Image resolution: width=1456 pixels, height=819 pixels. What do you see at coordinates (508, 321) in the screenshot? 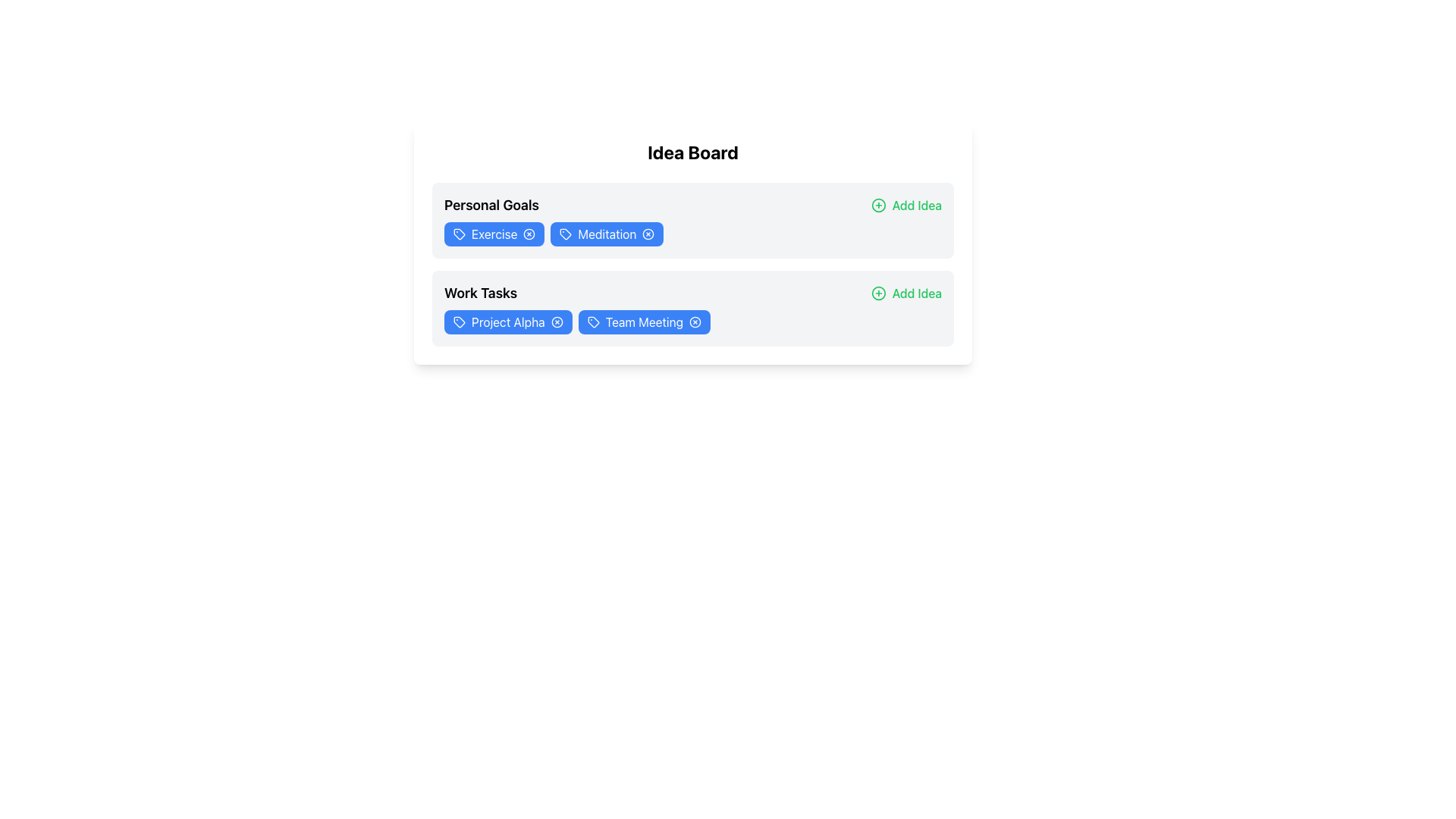
I see `the first pill-shaped tag for 'Project Alpha' located under the 'Work Tasks' section, positioned before 'Team Meeting'` at bounding box center [508, 321].